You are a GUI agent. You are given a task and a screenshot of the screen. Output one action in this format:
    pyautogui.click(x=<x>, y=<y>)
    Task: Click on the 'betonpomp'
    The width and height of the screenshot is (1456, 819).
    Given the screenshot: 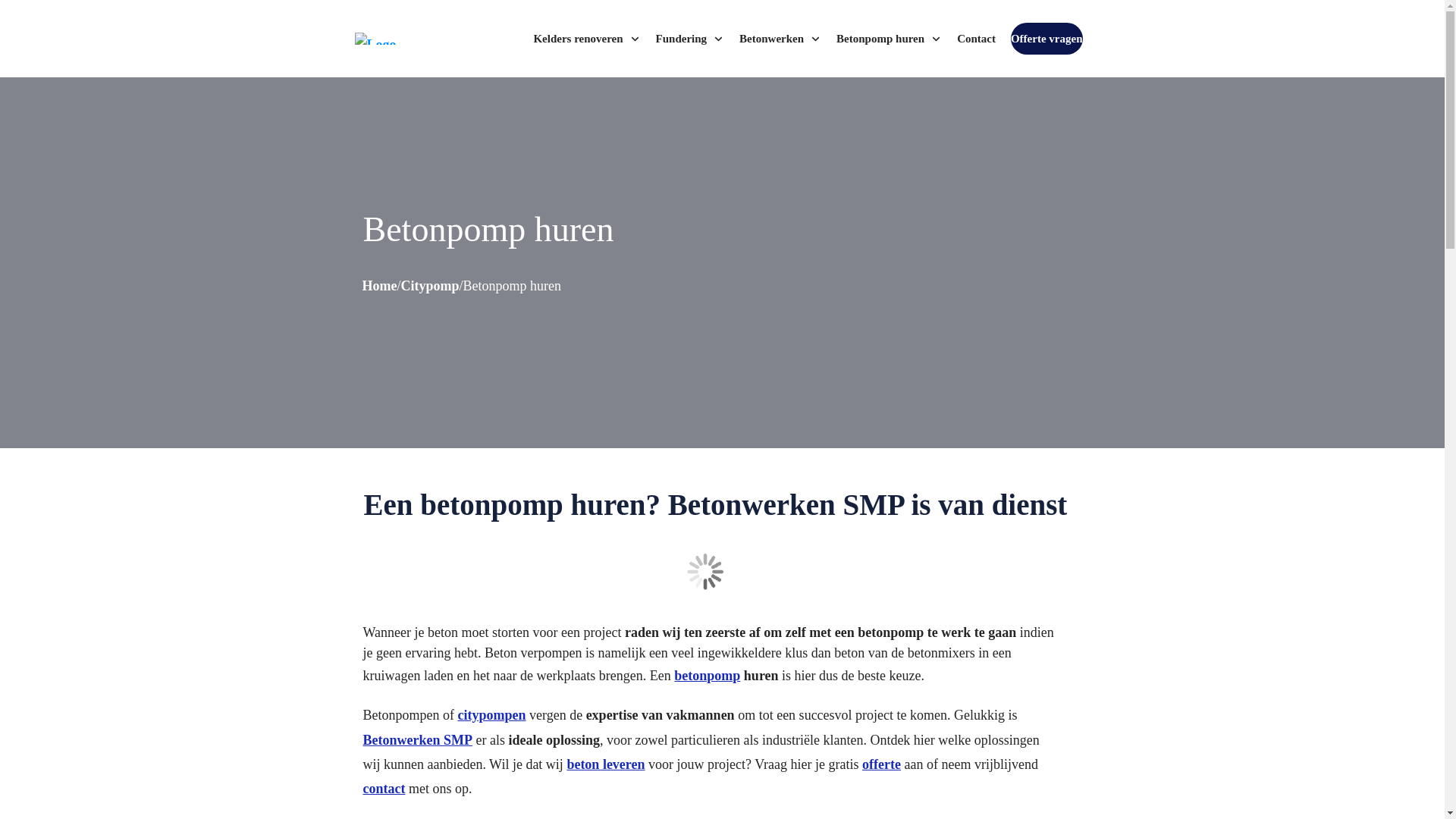 What is the action you would take?
    pyautogui.click(x=706, y=675)
    